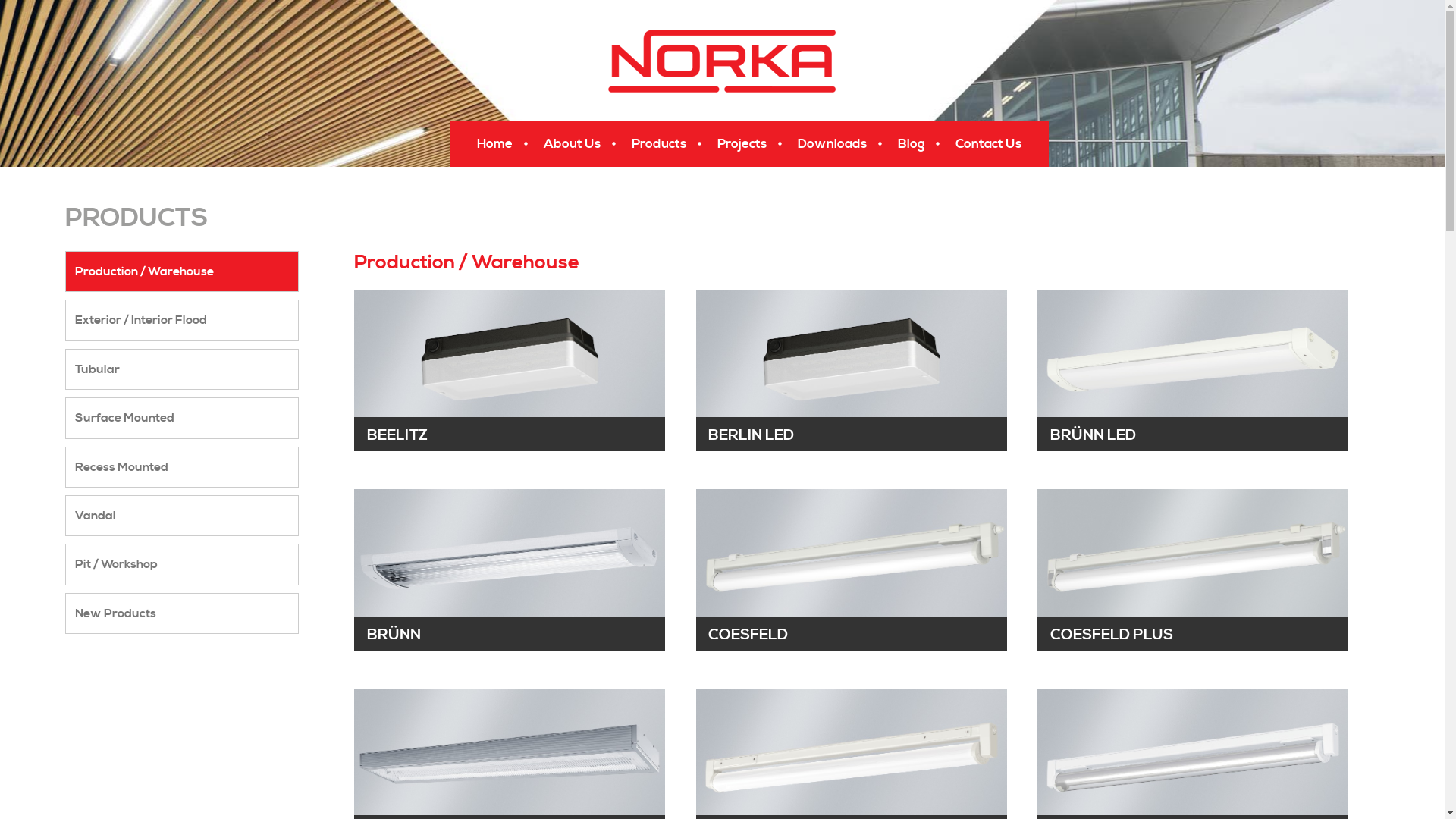 The image size is (1456, 819). What do you see at coordinates (182, 466) in the screenshot?
I see `'Recess Mounted'` at bounding box center [182, 466].